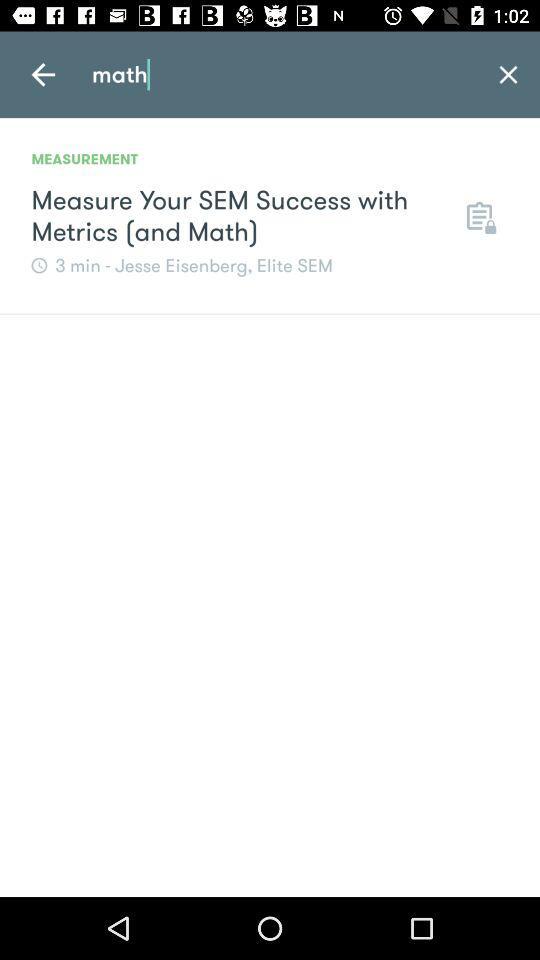 The image size is (540, 960). I want to click on icon next to measure your sem icon, so click(478, 216).